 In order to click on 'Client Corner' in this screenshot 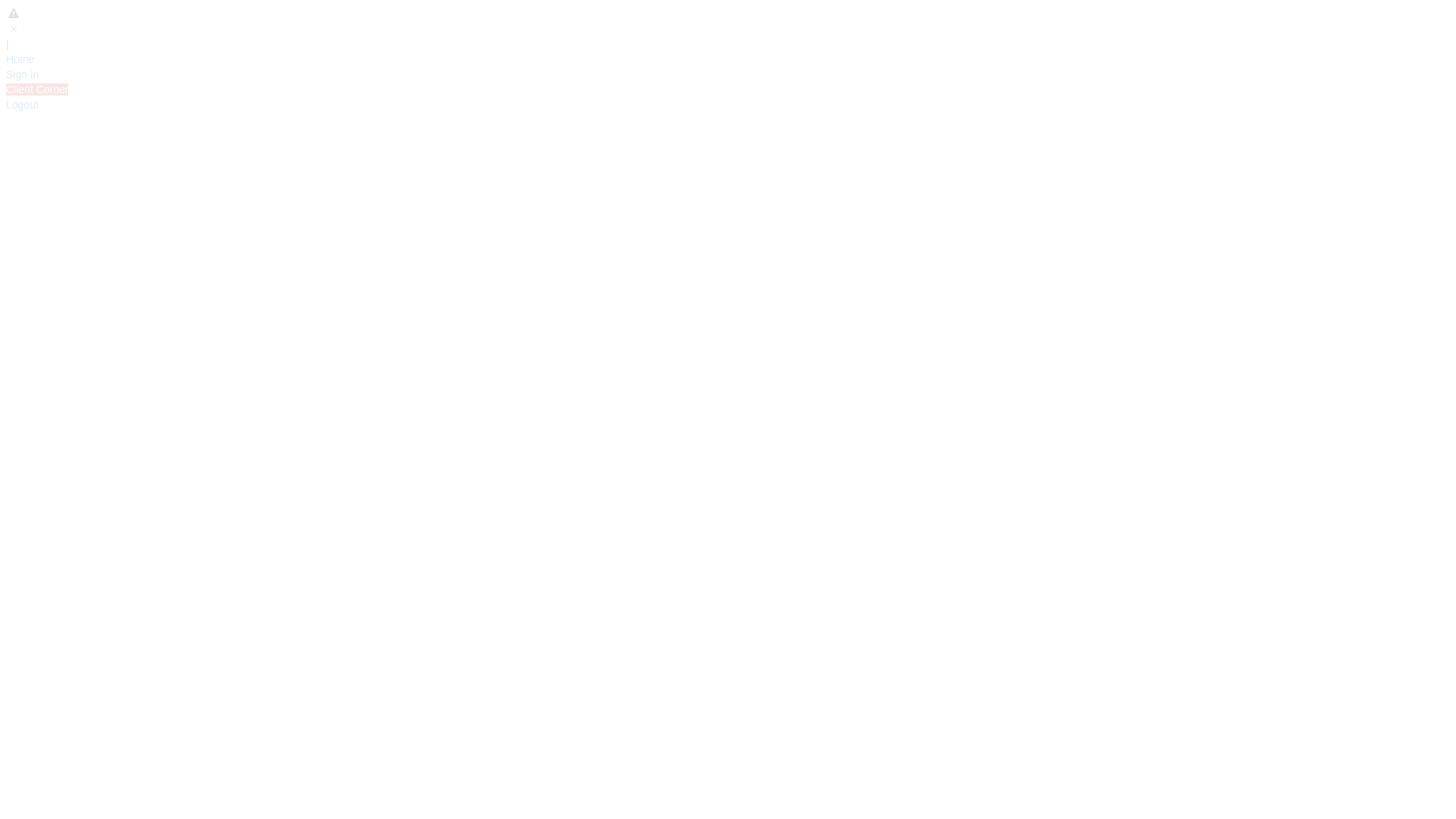, I will do `click(36, 89)`.